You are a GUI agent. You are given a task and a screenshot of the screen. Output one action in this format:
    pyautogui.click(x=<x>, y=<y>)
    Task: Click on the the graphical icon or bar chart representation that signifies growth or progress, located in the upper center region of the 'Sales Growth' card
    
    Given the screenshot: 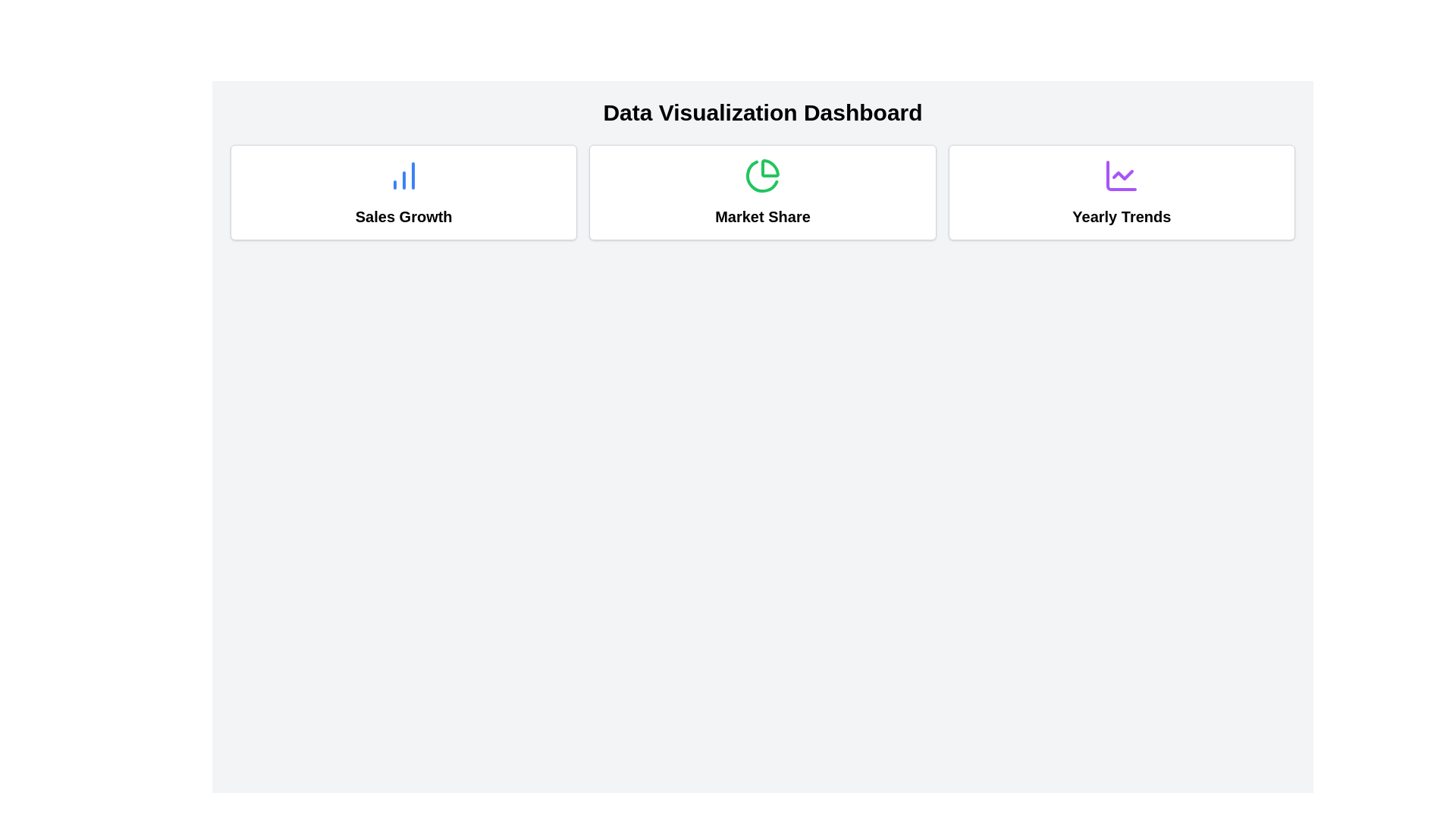 What is the action you would take?
    pyautogui.click(x=403, y=174)
    